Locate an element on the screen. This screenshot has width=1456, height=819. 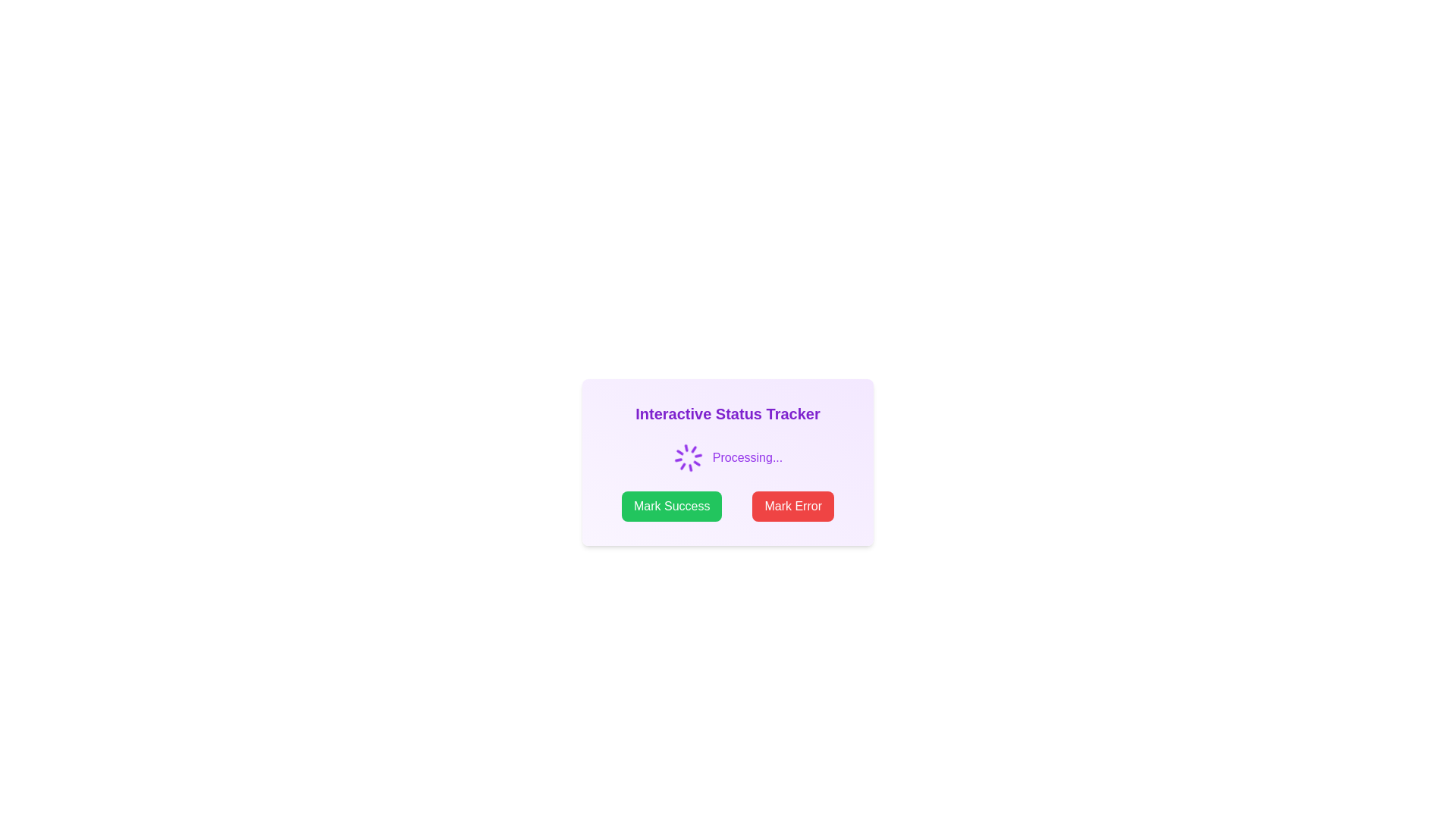
the Animated status indicator with the spinner icon and the text 'Processing...' located below the title 'Interactive Status Tracker' is located at coordinates (728, 457).